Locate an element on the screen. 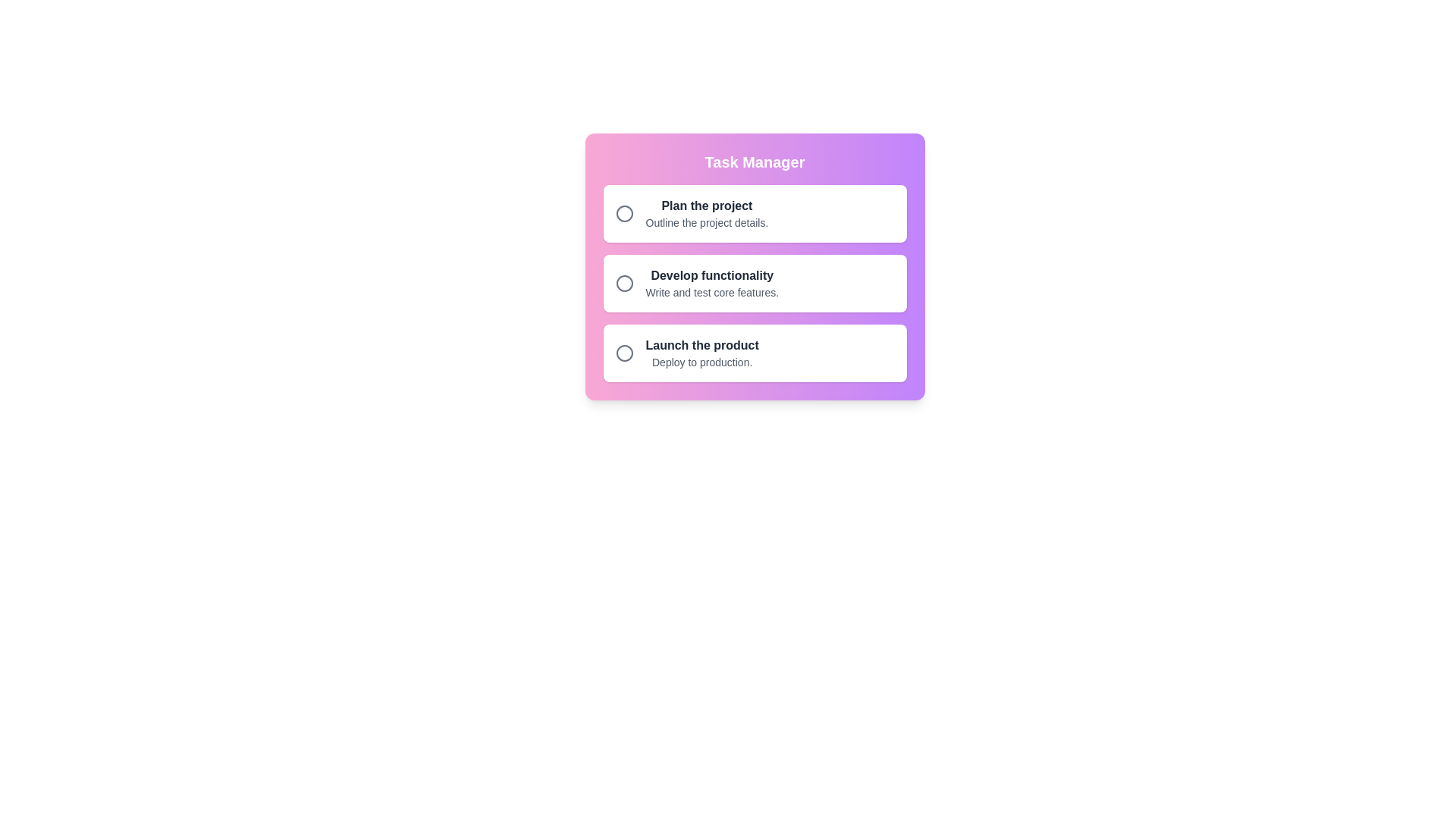 This screenshot has width=1456, height=819. the header text labeled 'Task Manager' is located at coordinates (755, 162).